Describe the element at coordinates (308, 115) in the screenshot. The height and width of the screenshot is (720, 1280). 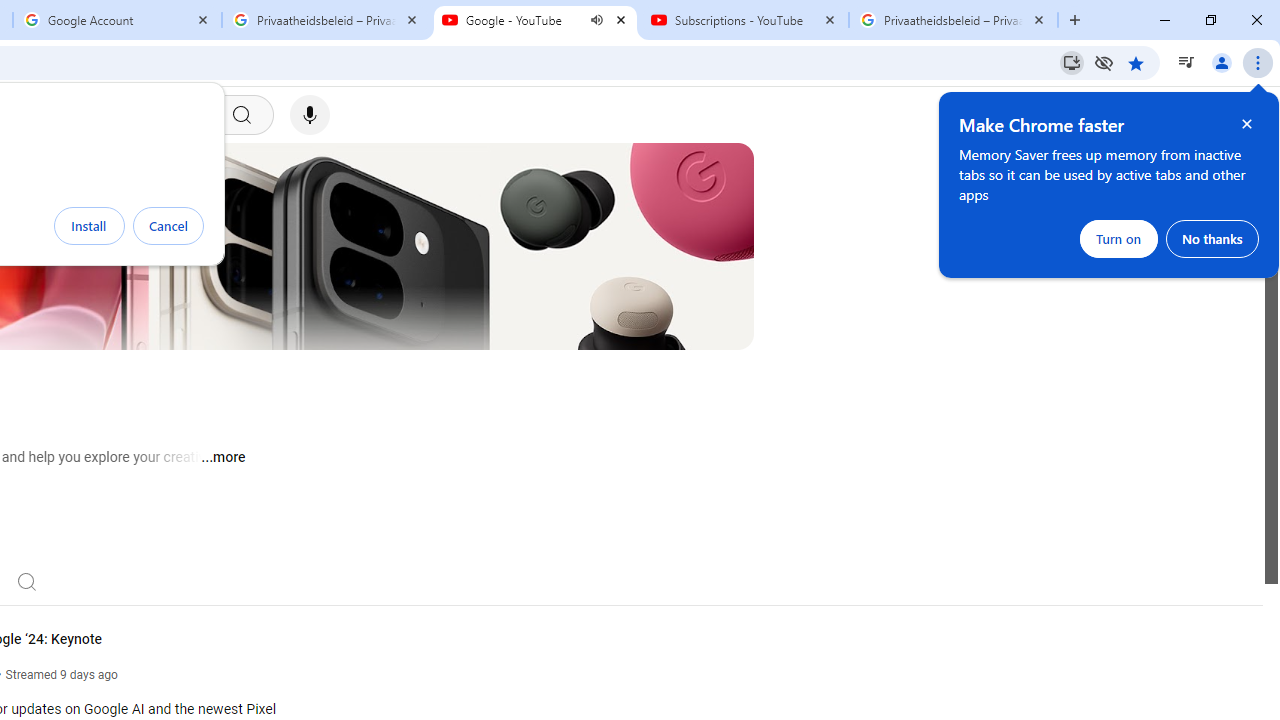
I see `'Search with your voice'` at that location.